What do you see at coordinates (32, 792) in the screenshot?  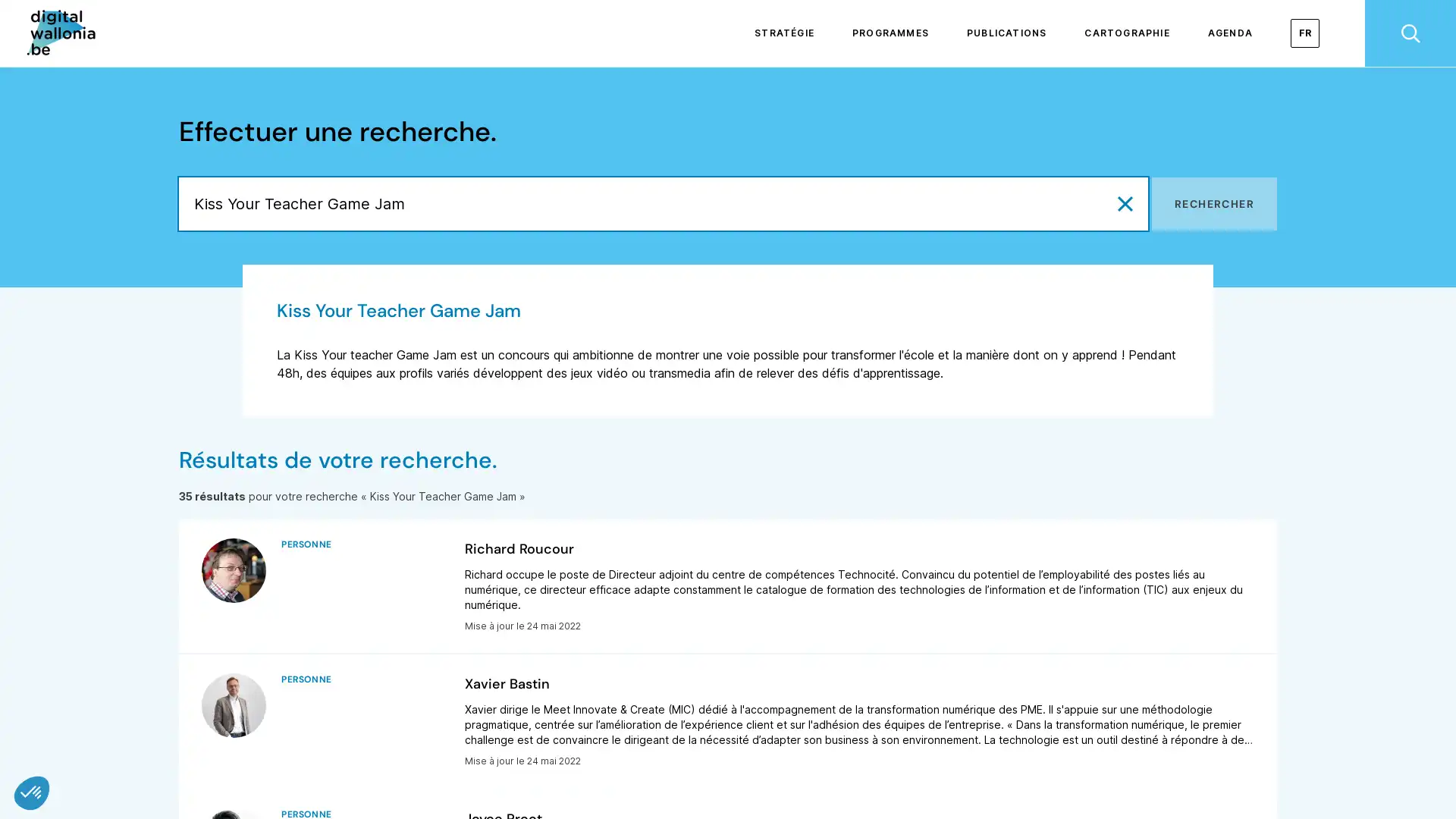 I see `Fermer` at bounding box center [32, 792].